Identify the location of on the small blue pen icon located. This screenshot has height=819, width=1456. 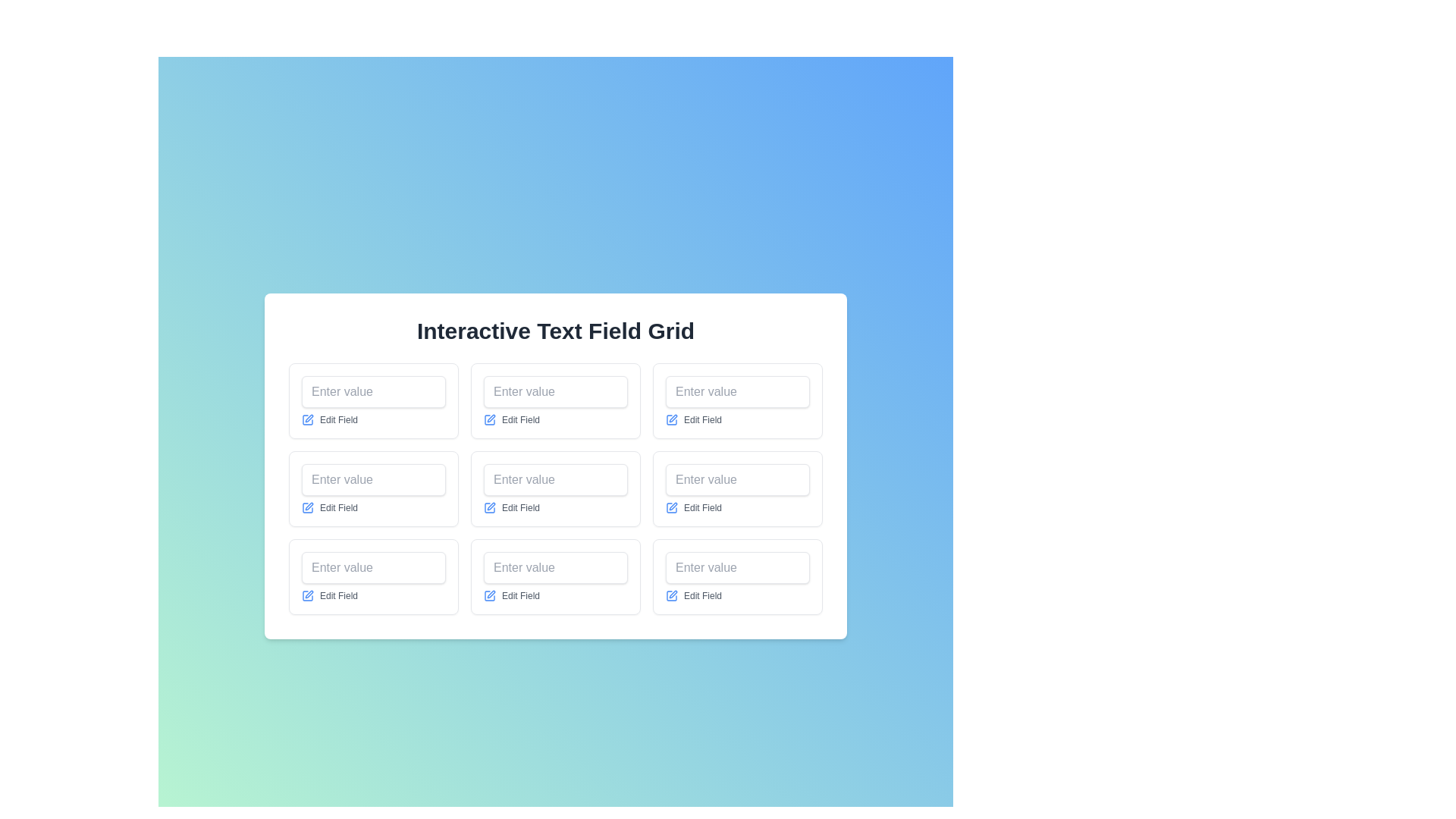
(671, 508).